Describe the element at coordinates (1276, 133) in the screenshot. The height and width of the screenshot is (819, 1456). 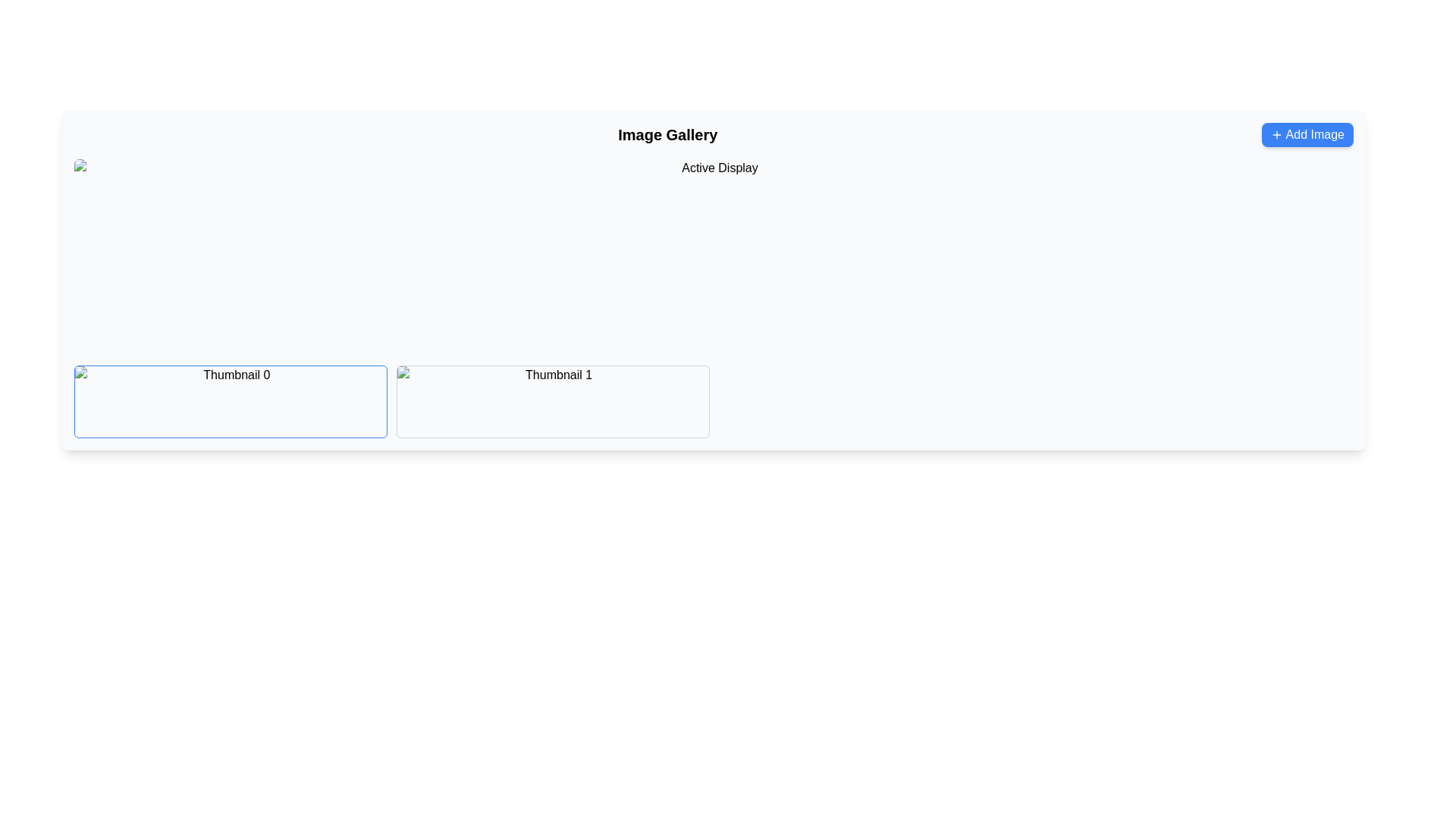
I see `the icon representing the addition or creation of content located to the left of the 'Add Image' button's text` at that location.